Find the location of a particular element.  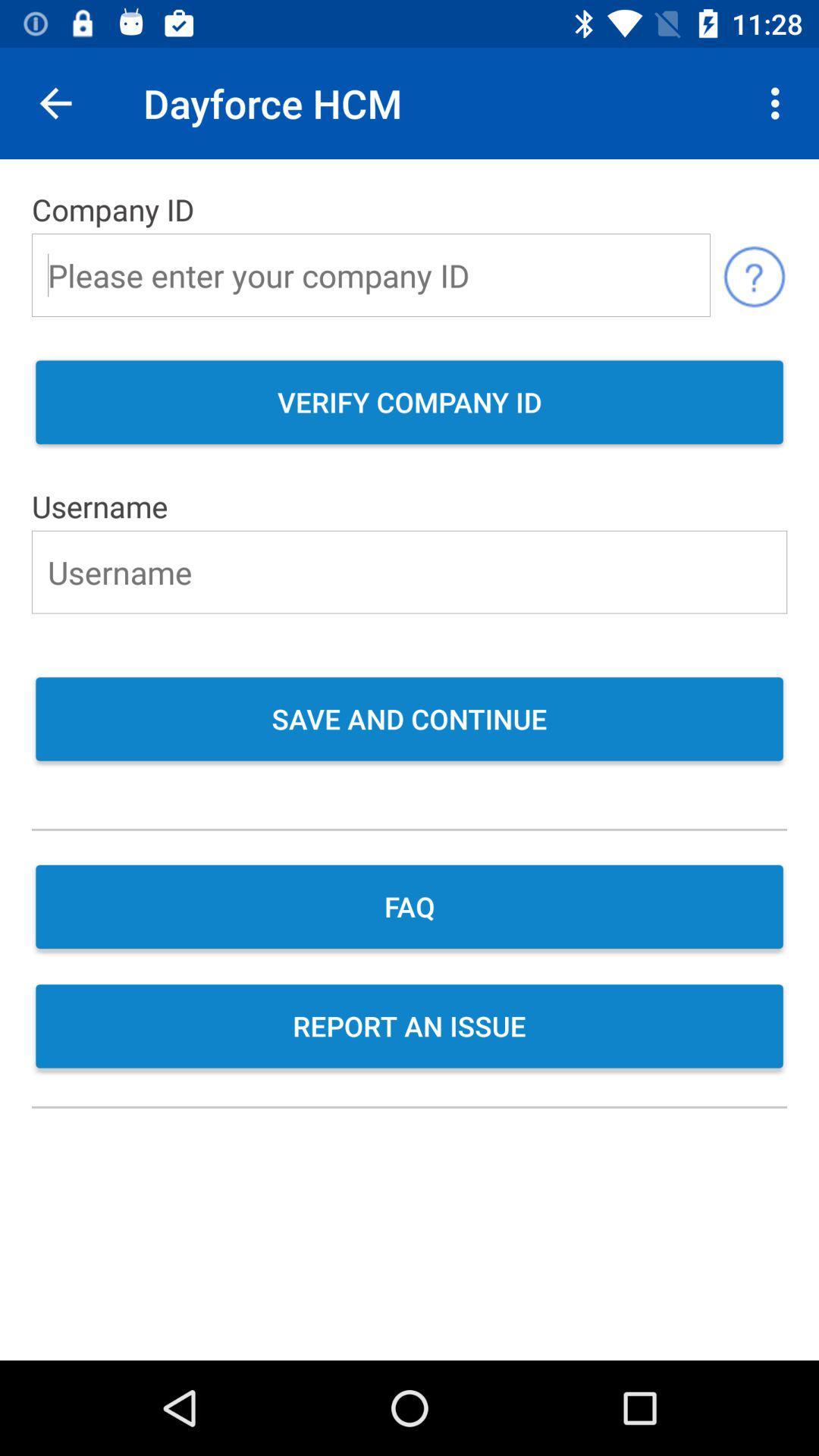

item next to the dayforce hcm icon is located at coordinates (779, 102).